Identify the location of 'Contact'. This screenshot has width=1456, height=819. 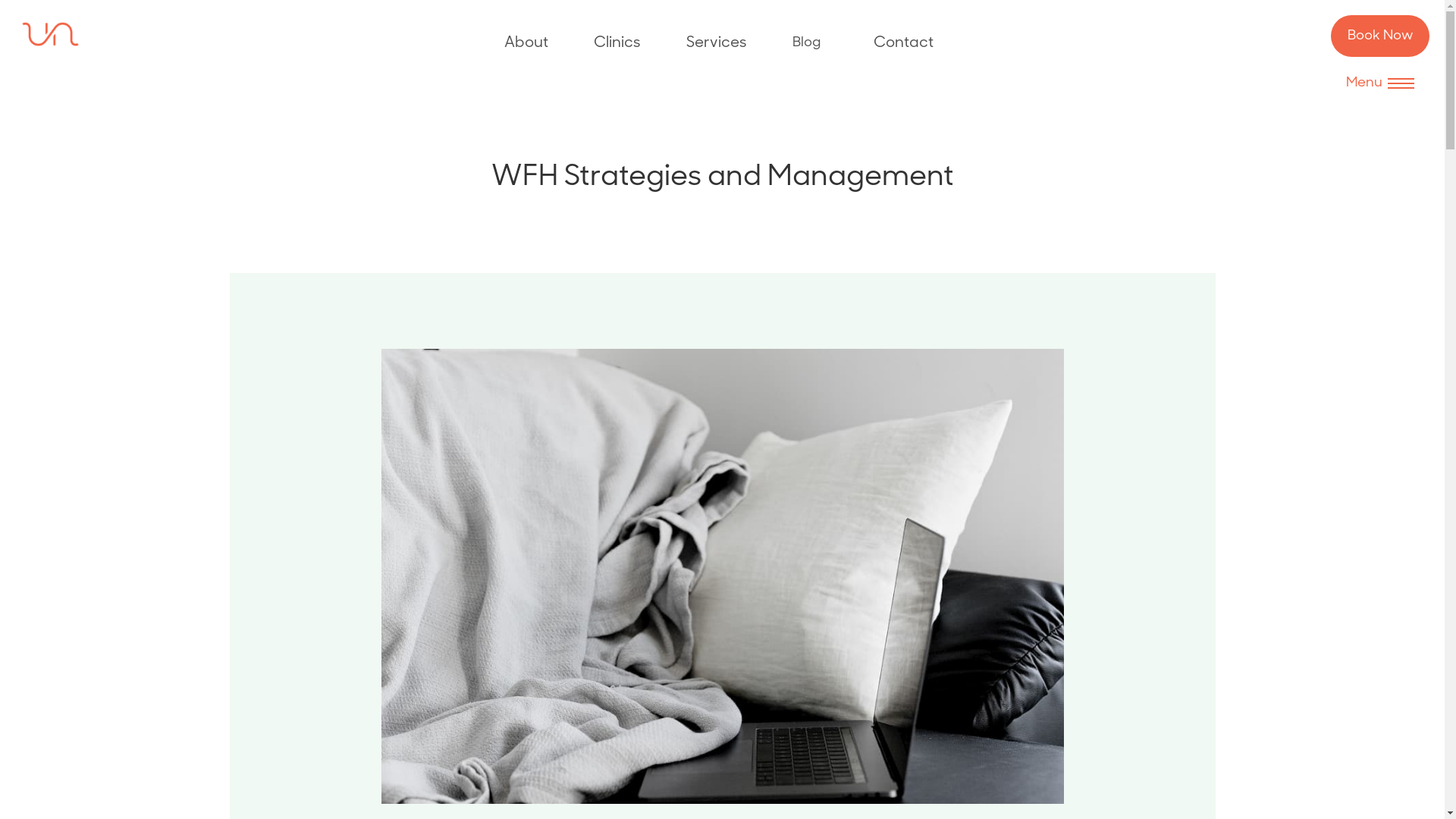
(903, 42).